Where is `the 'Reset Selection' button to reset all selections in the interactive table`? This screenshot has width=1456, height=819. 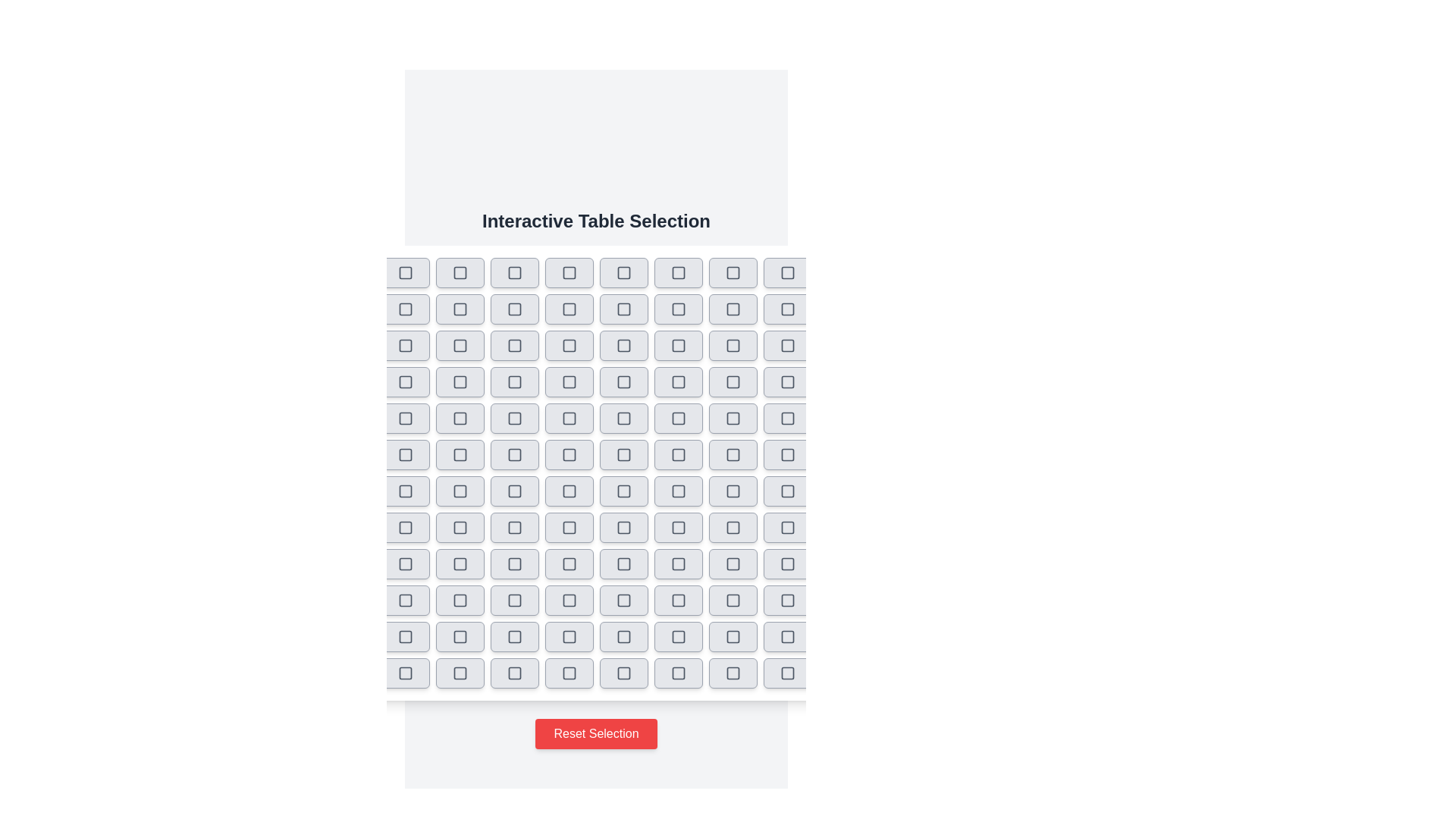 the 'Reset Selection' button to reset all selections in the interactive table is located at coordinates (595, 733).